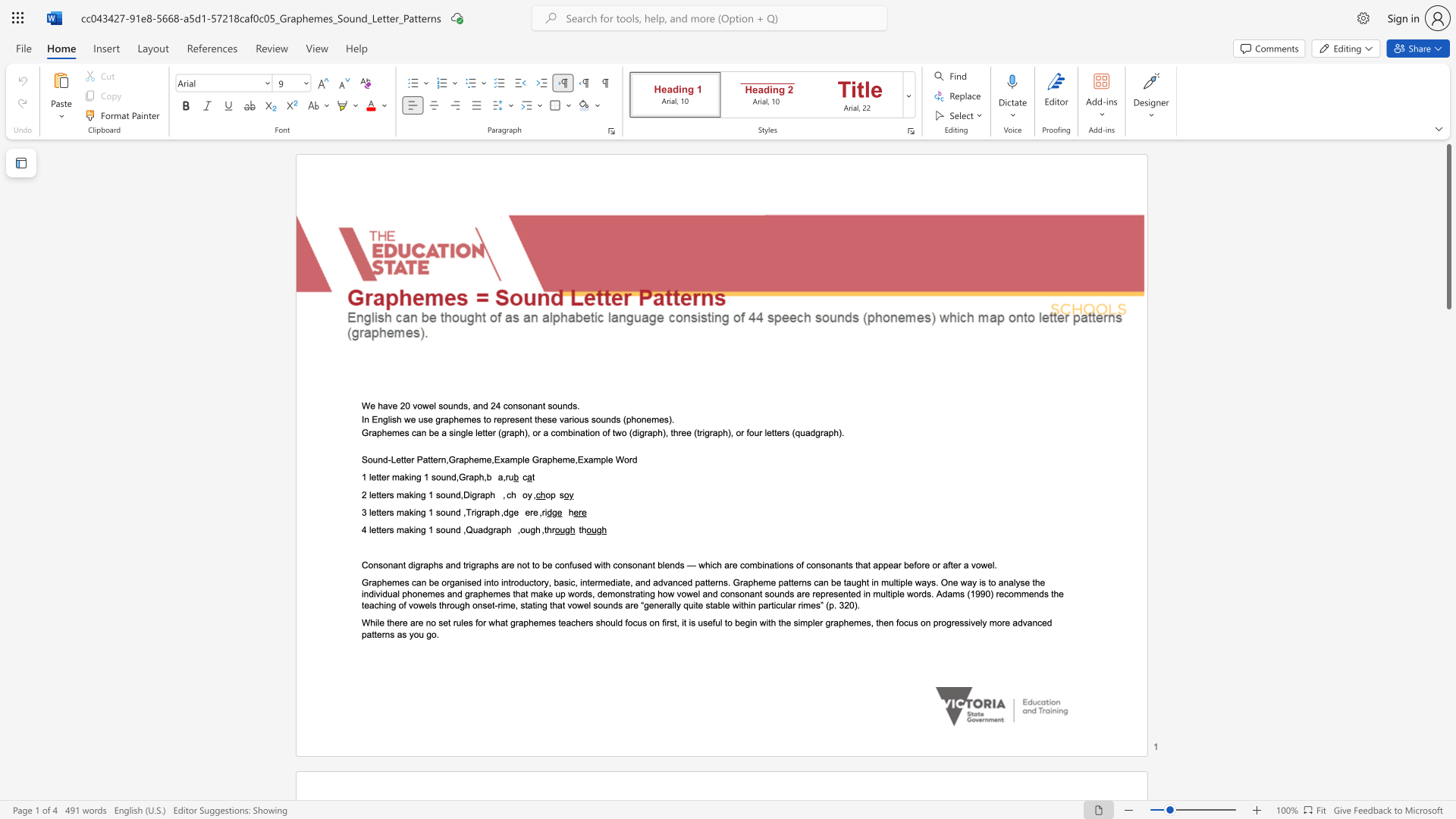 This screenshot has width=1456, height=819. What do you see at coordinates (1448, 598) in the screenshot?
I see `the scrollbar to scroll the page down` at bounding box center [1448, 598].